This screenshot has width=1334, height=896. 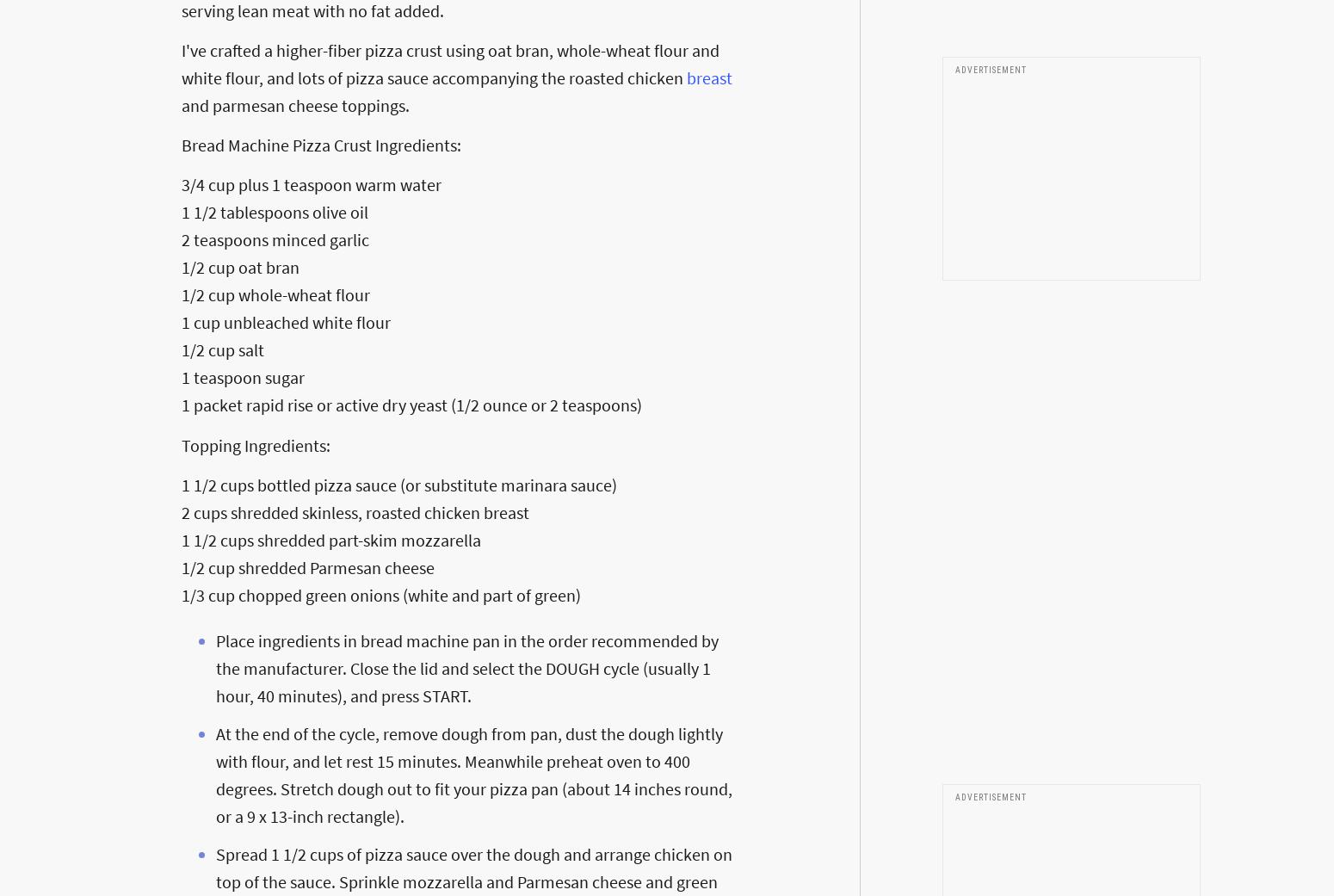 I want to click on 'and parmesan cheese toppings.', so click(x=294, y=104).